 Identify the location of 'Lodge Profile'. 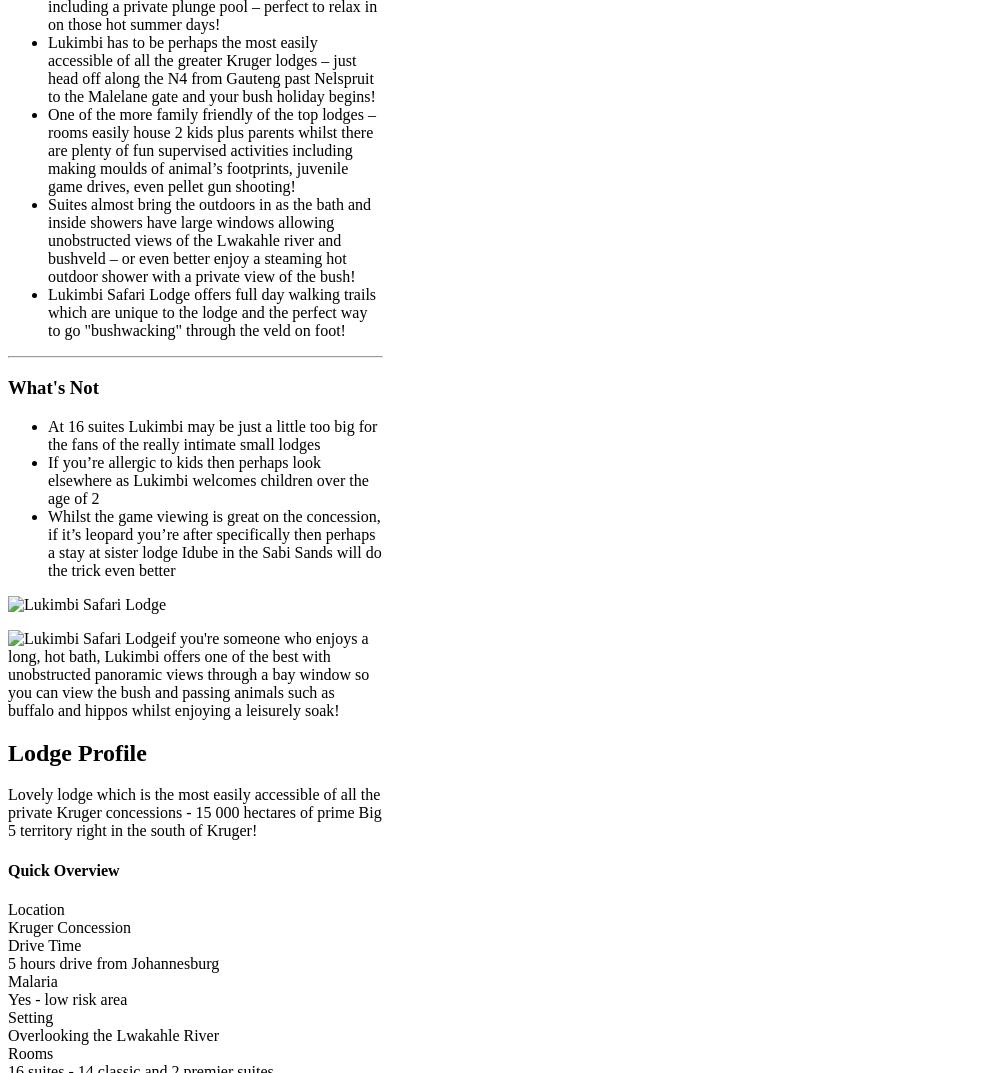
(76, 750).